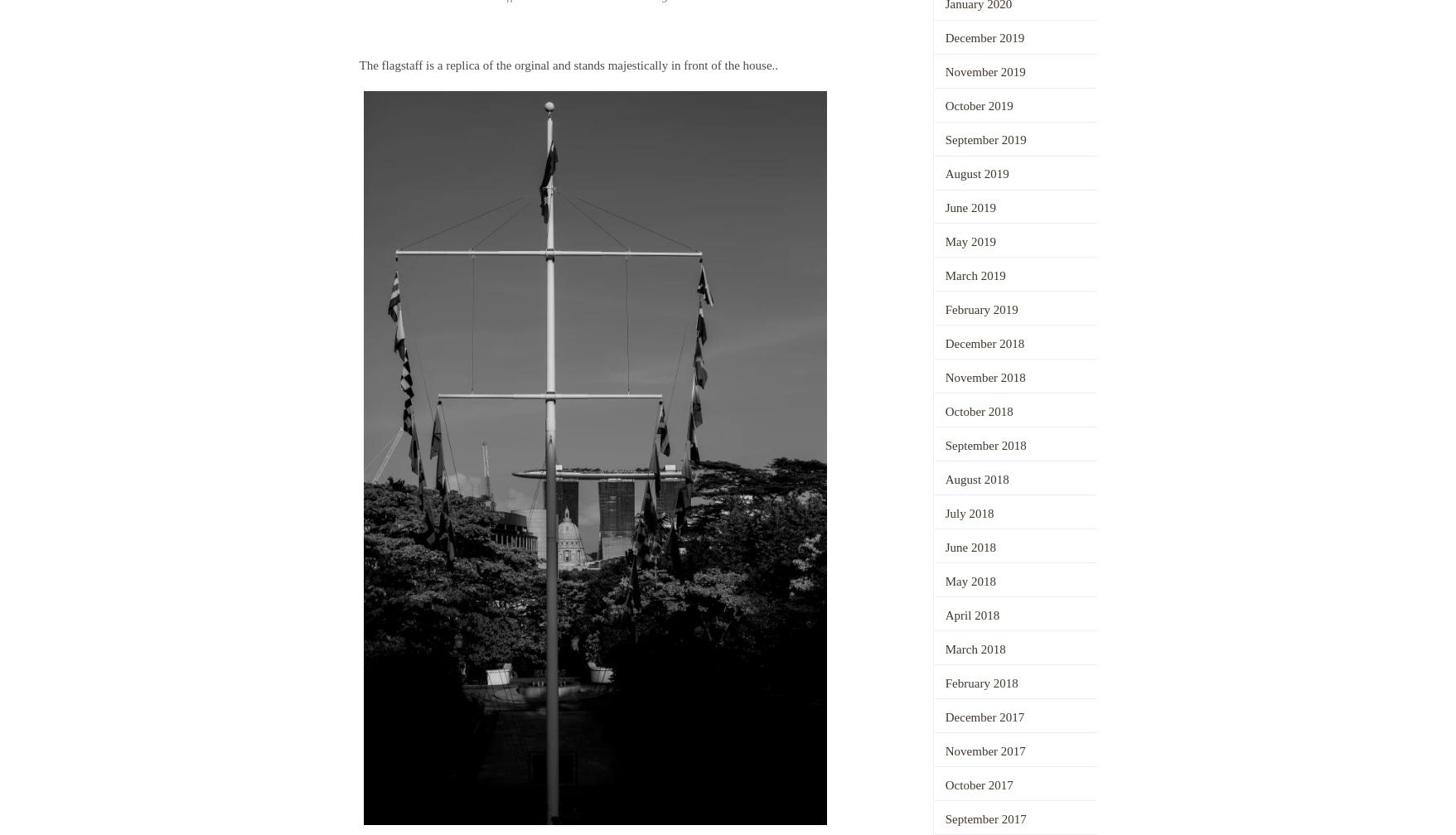  I want to click on 'June 2018', so click(970, 547).